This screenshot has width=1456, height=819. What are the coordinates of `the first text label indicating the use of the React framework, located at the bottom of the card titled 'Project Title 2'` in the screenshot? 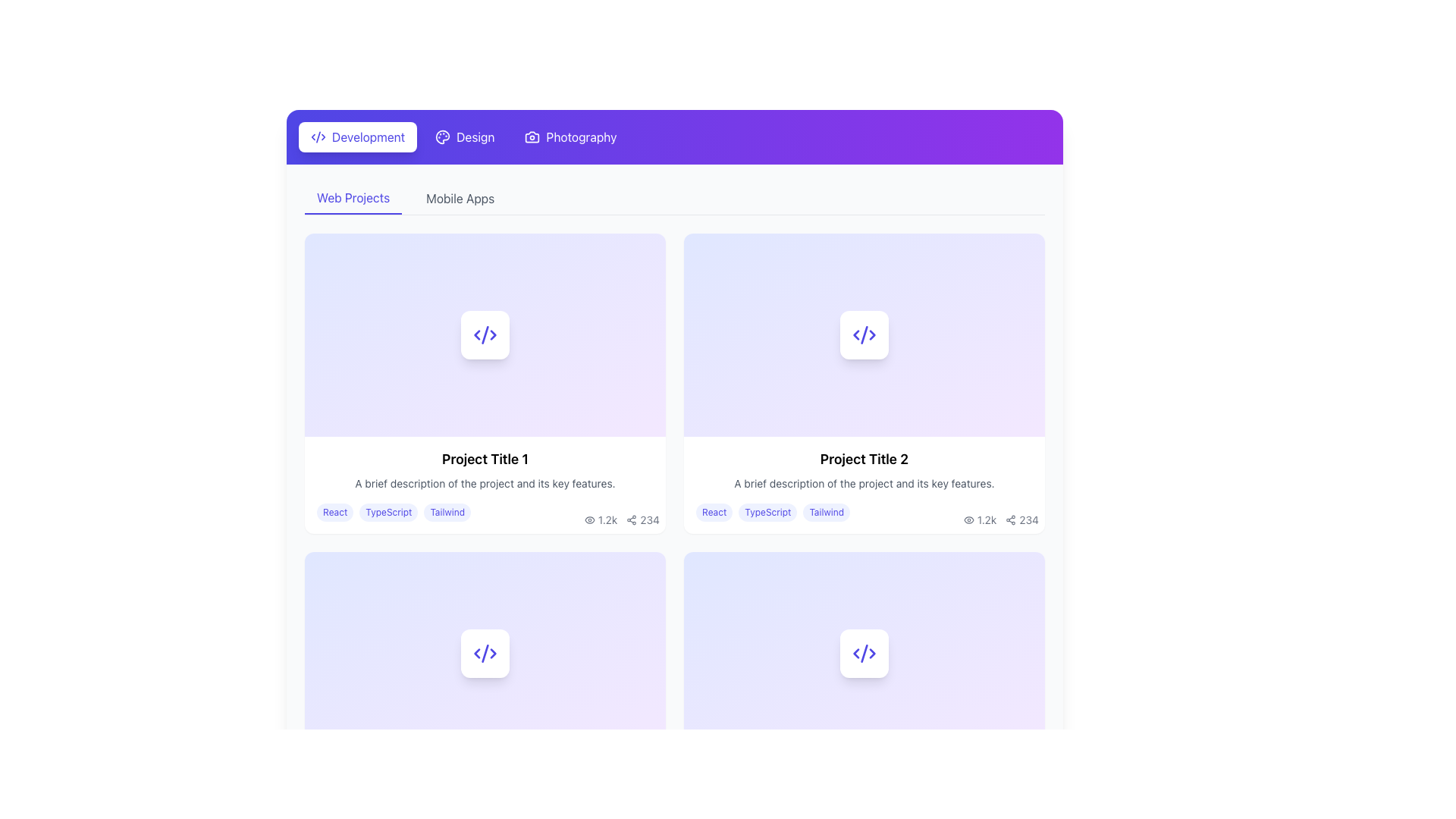 It's located at (714, 512).